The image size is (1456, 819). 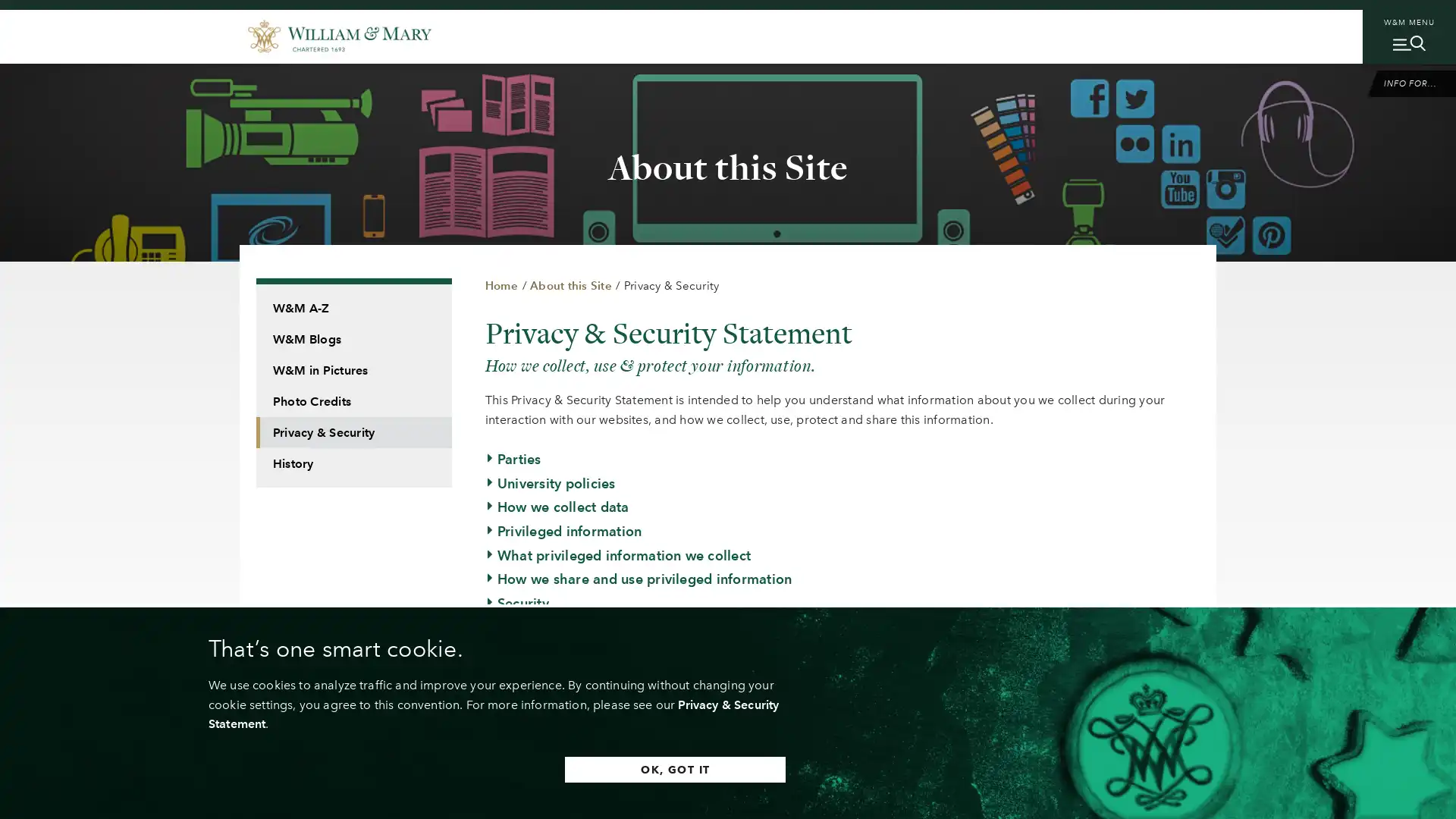 What do you see at coordinates (674, 769) in the screenshot?
I see `OK, GOT IT` at bounding box center [674, 769].